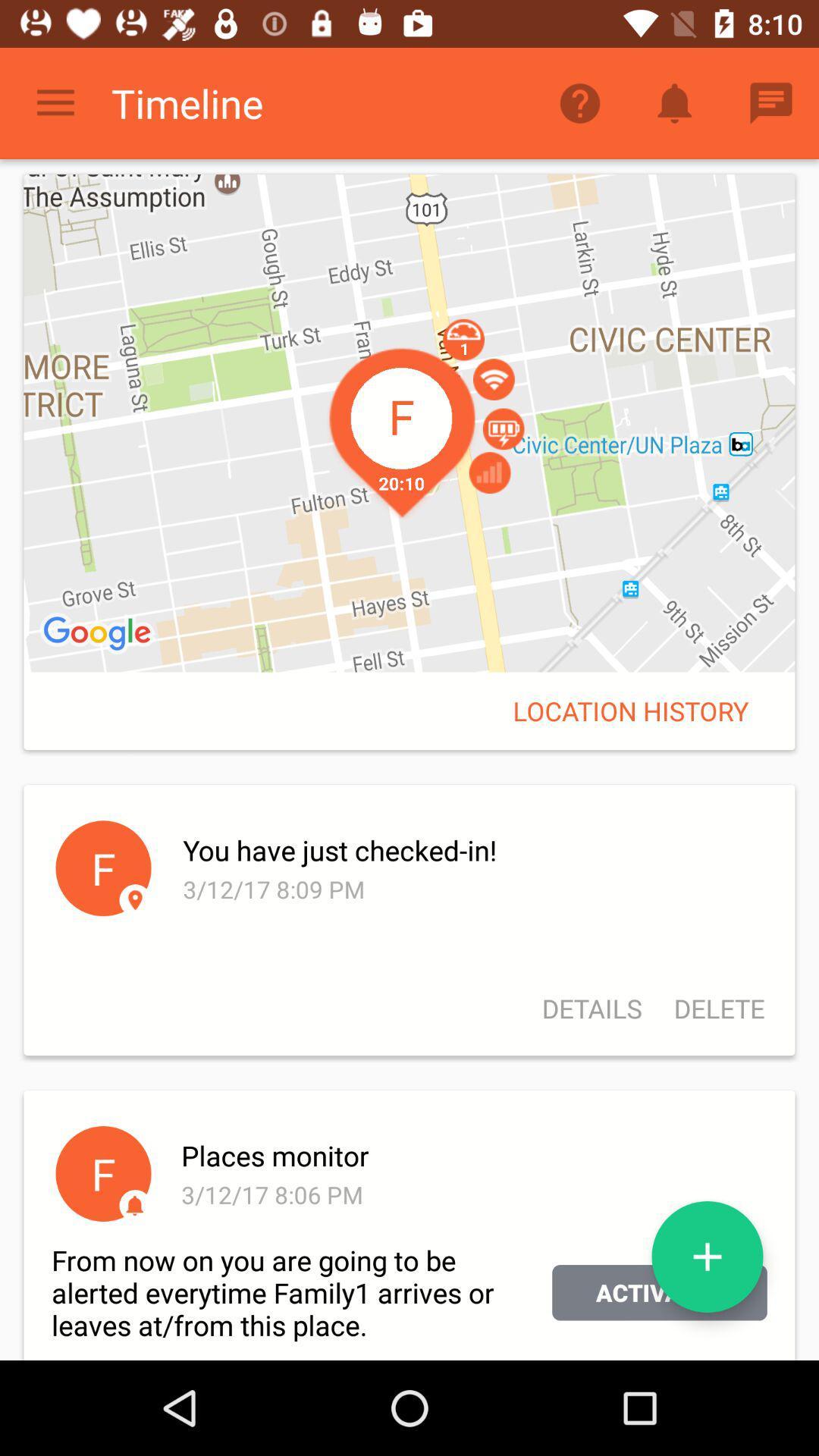 The image size is (819, 1456). Describe the element at coordinates (591, 1009) in the screenshot. I see `the item next to delete icon` at that location.